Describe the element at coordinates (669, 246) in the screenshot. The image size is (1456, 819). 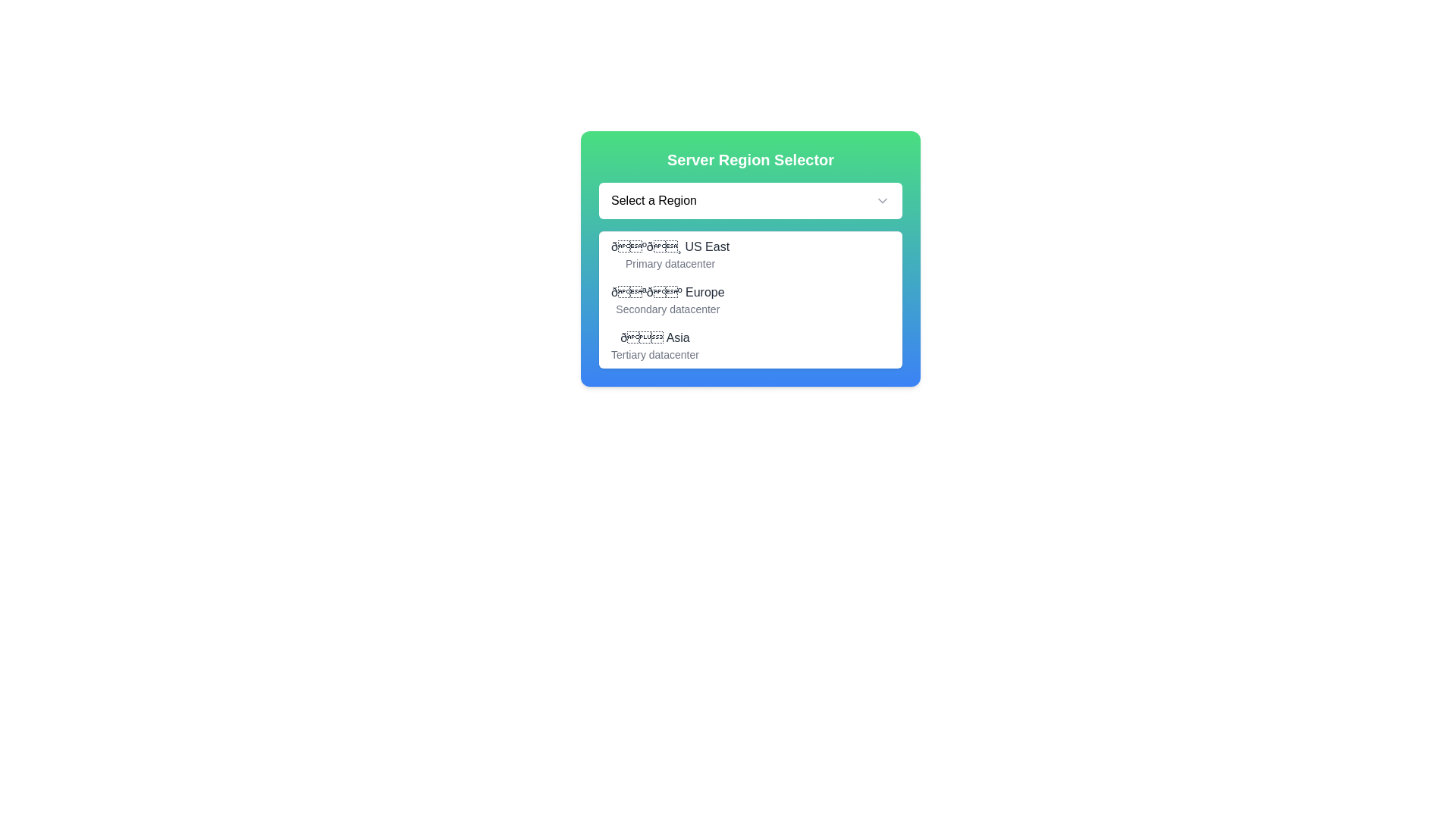
I see `the first selectable option in the dropdown menu for choosing a server region` at that location.